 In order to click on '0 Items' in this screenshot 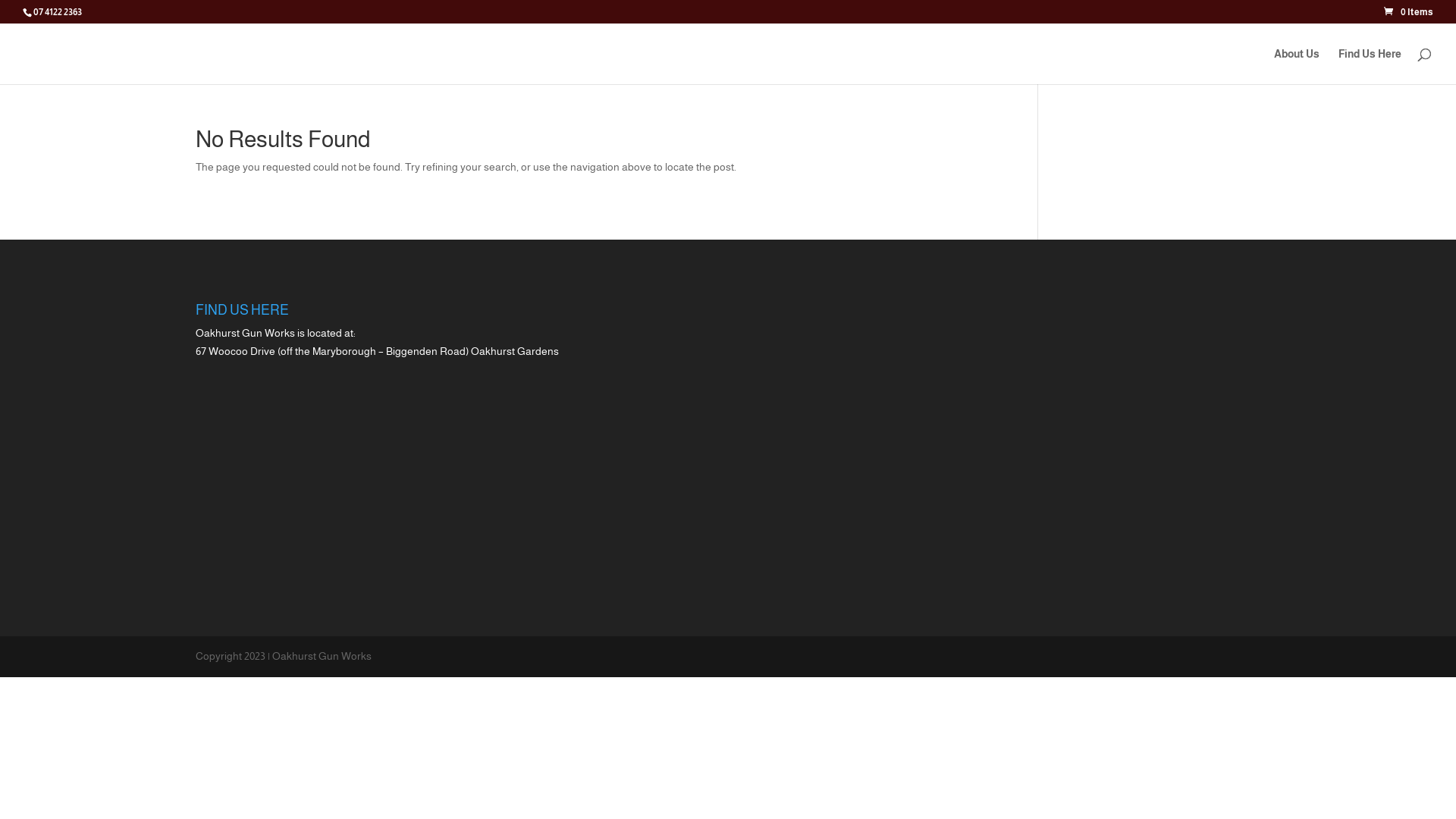, I will do `click(1383, 11)`.